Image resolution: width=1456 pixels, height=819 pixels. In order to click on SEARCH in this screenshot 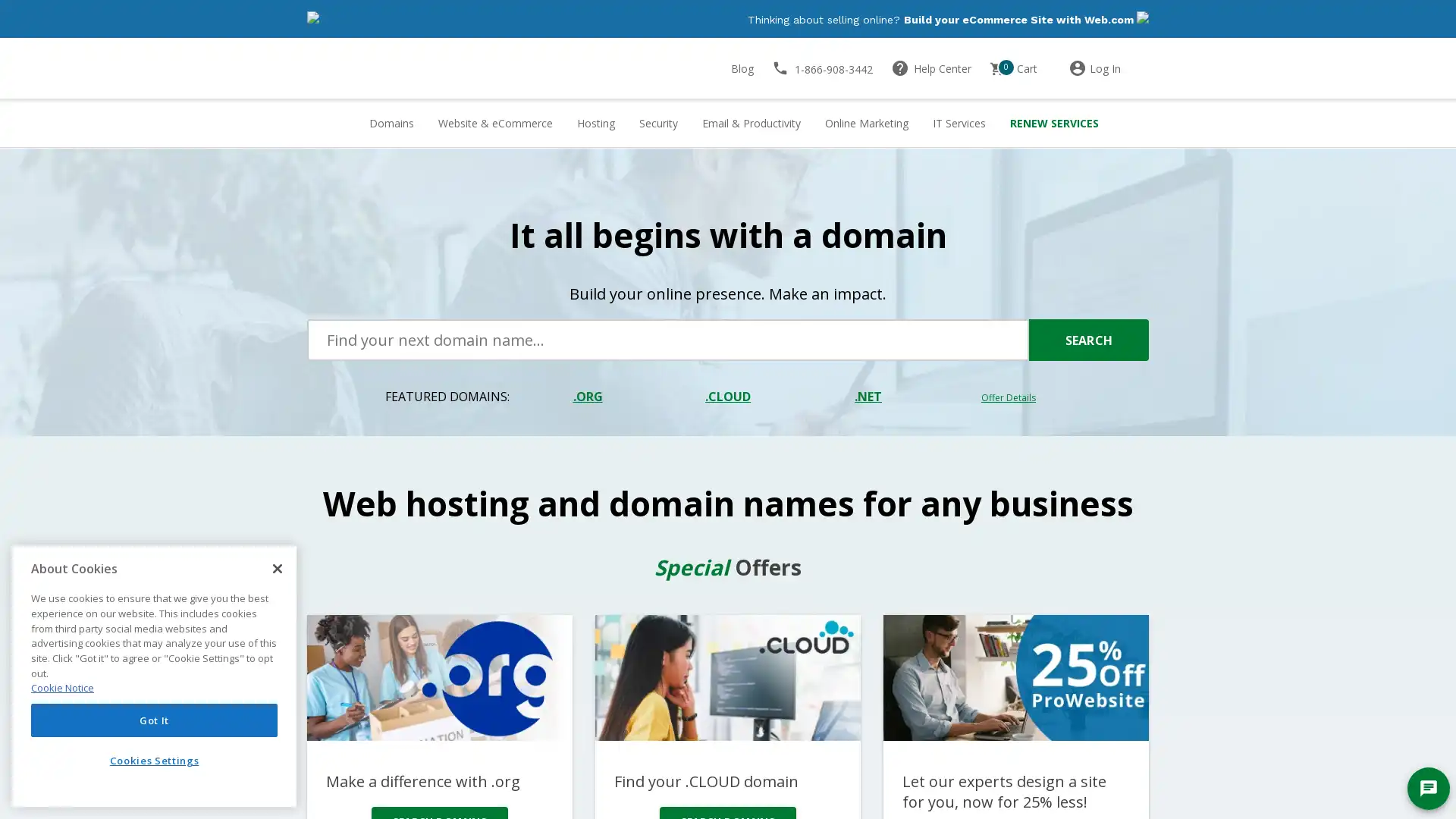, I will do `click(1087, 341)`.